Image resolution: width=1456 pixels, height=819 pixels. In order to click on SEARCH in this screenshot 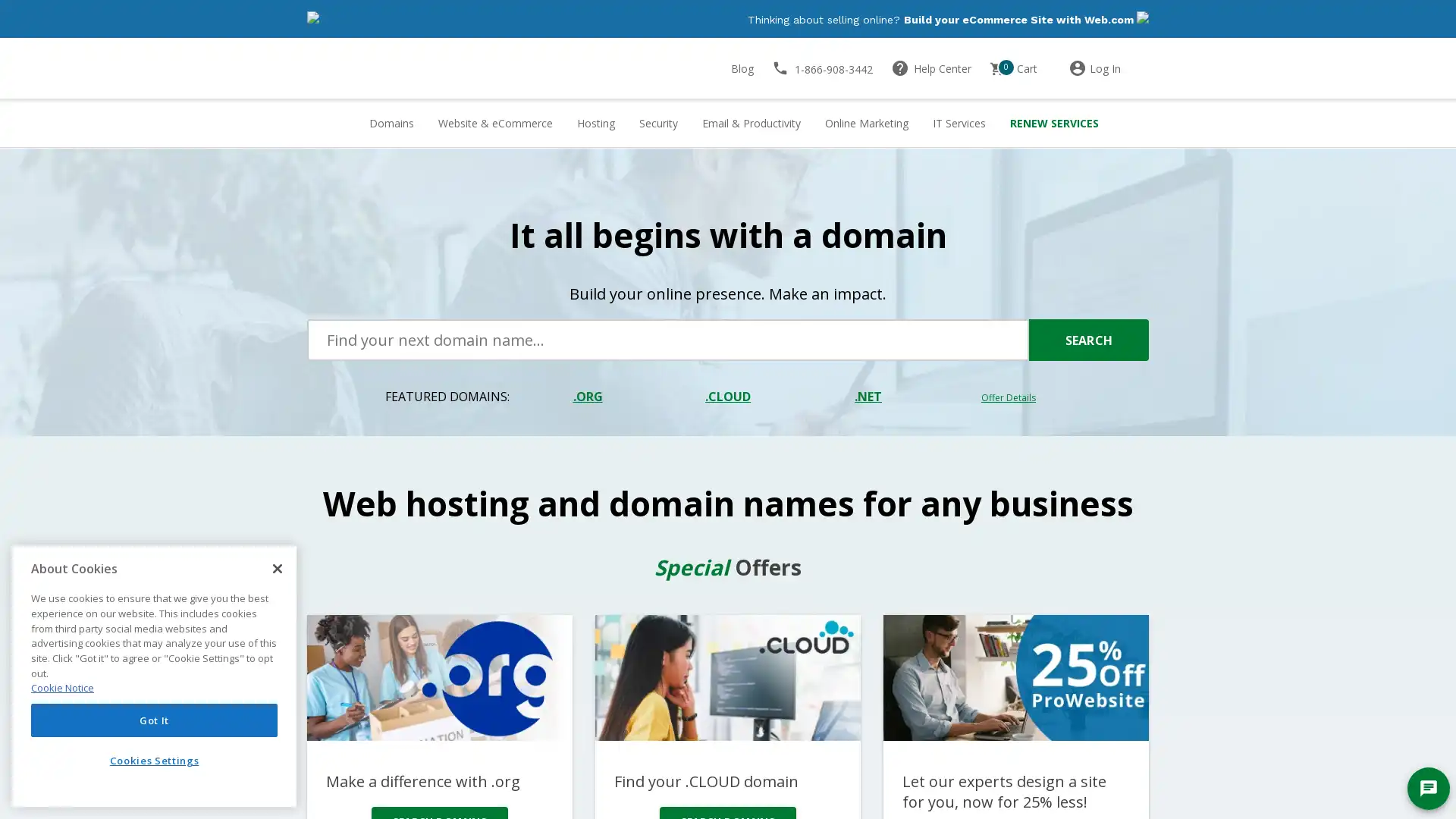, I will do `click(1087, 341)`.